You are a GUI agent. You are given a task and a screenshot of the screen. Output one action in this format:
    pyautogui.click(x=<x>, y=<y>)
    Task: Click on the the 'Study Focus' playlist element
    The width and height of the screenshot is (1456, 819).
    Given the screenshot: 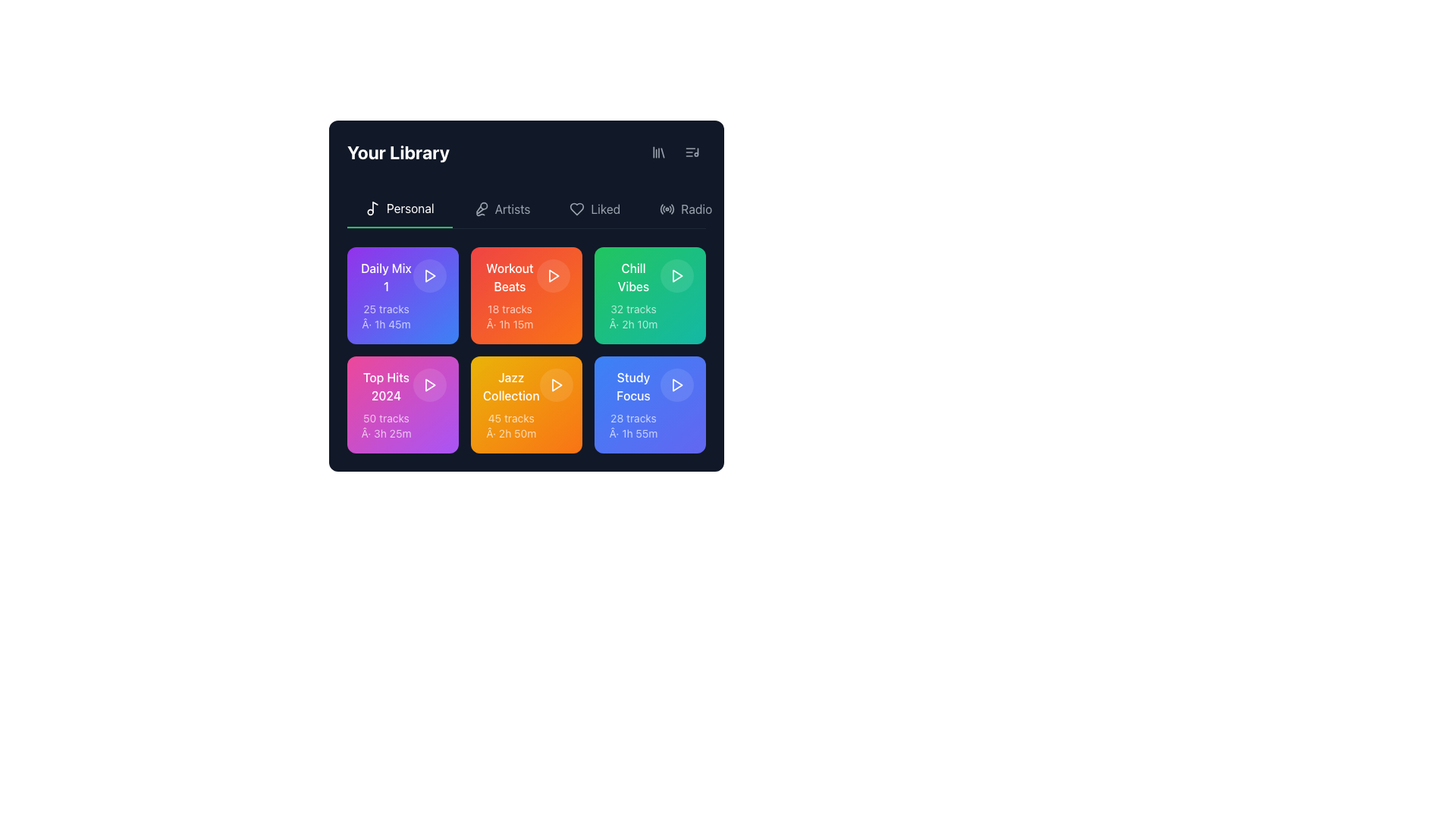 What is the action you would take?
    pyautogui.click(x=650, y=403)
    